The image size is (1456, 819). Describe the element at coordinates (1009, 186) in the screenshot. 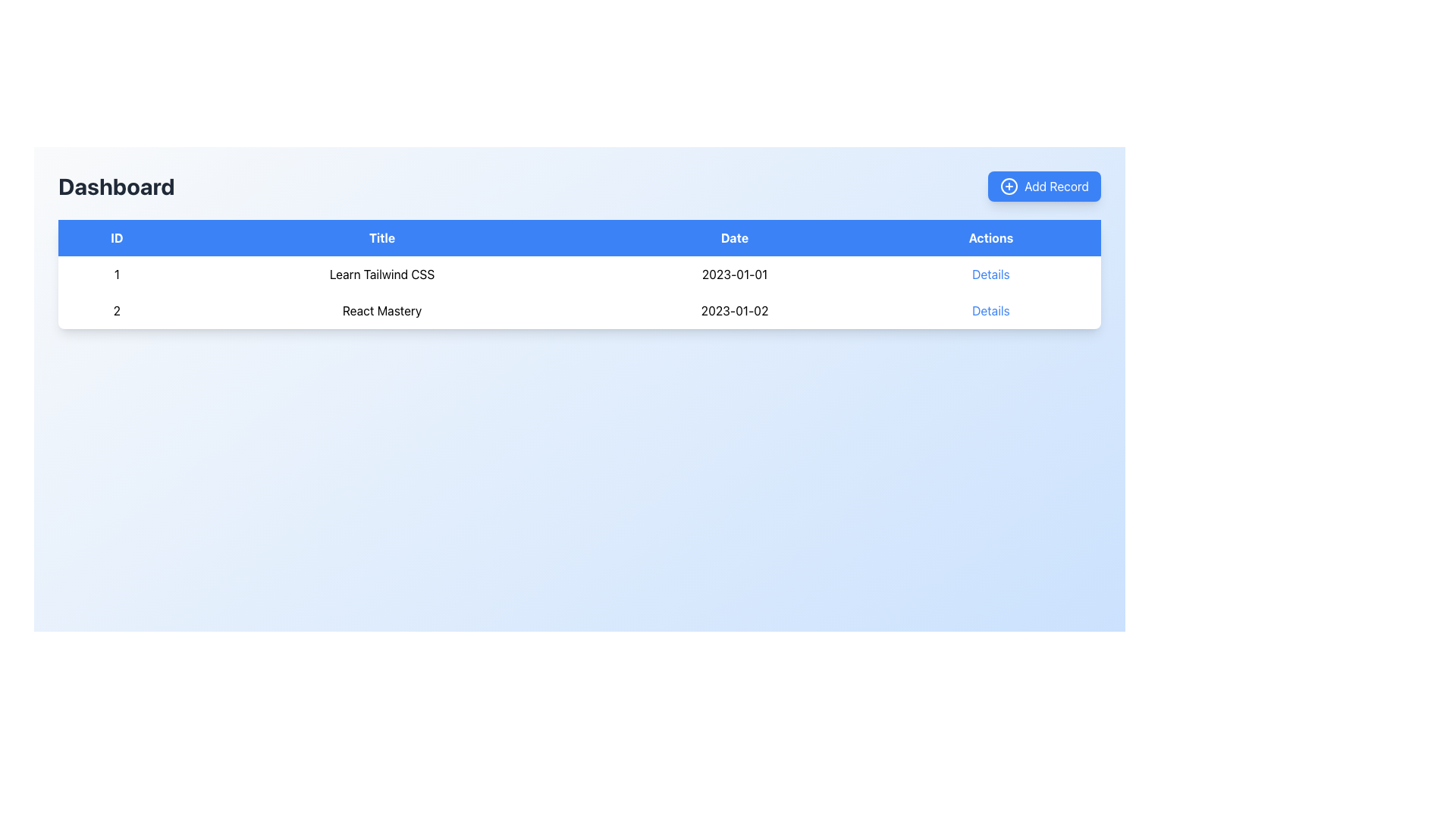

I see `the circular icon with a light border featuring a white '-' and '+' marking, located within the blue 'Add Record' button in the upper right corner of the layout` at that location.